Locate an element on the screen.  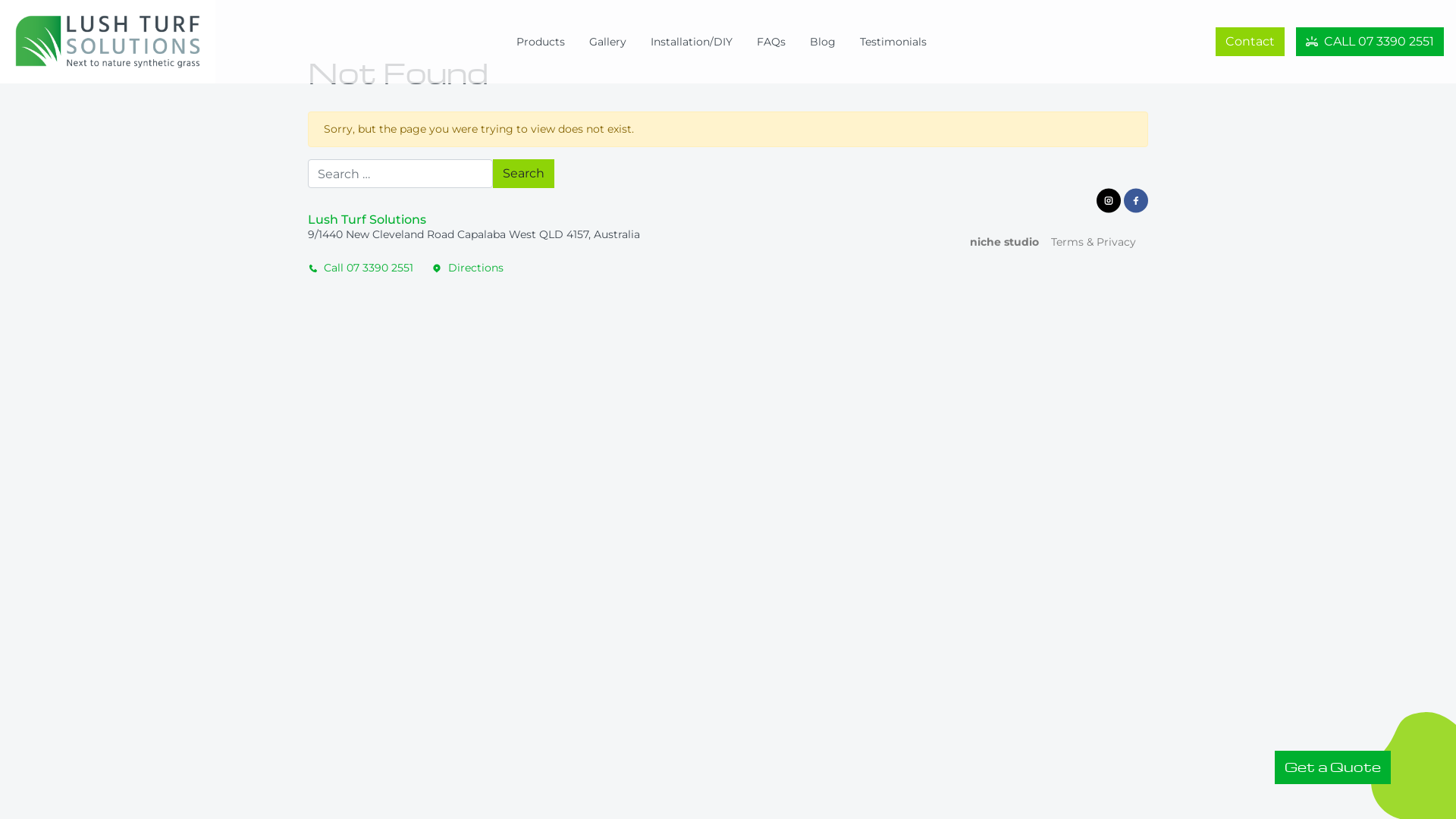
'niche studio' is located at coordinates (998, 241).